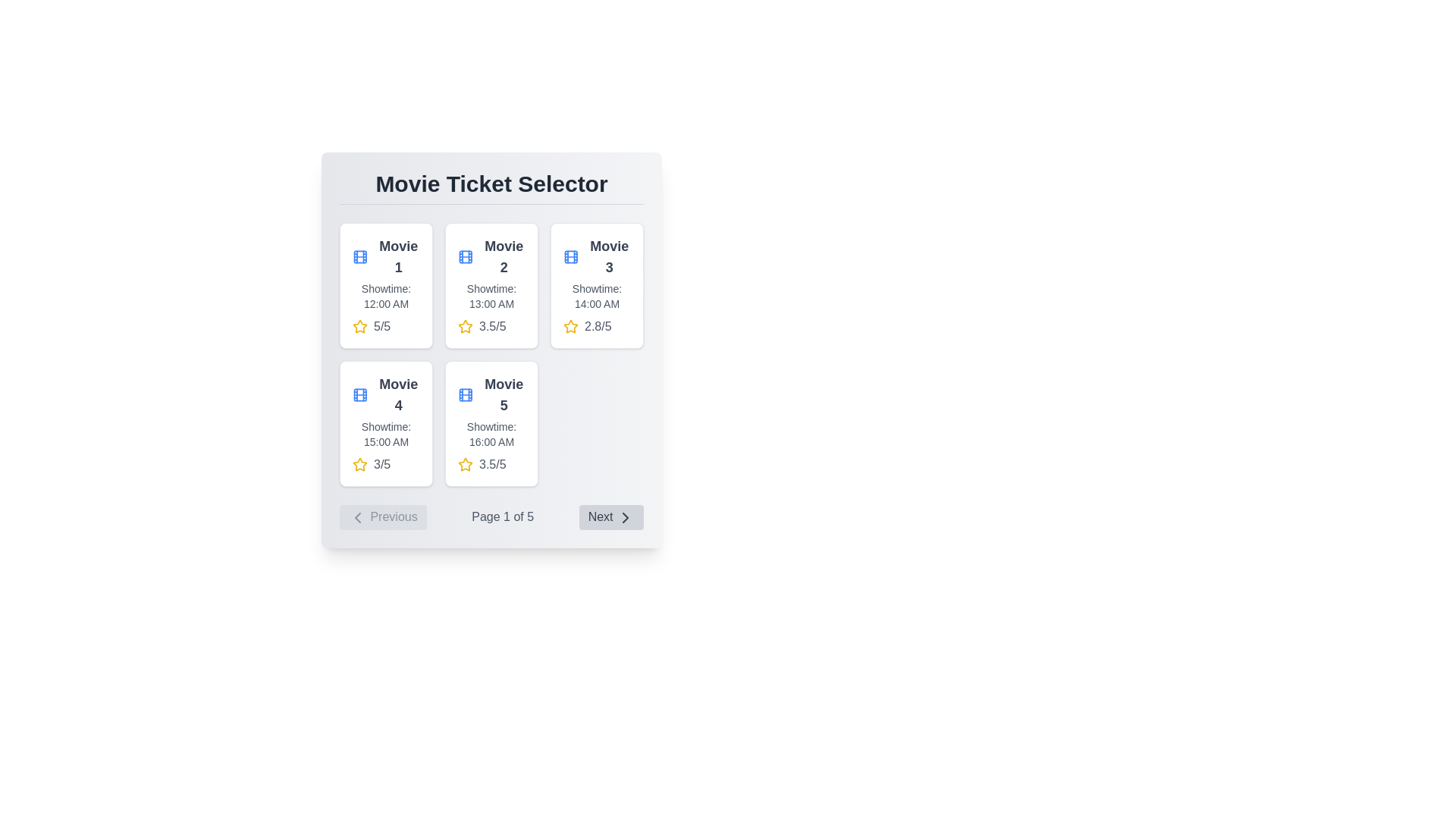 Image resolution: width=1456 pixels, height=819 pixels. I want to click on the chevron icon within the 'Previous' button for accessibility actions, located at the bottom-left corner of the interface, so click(356, 516).